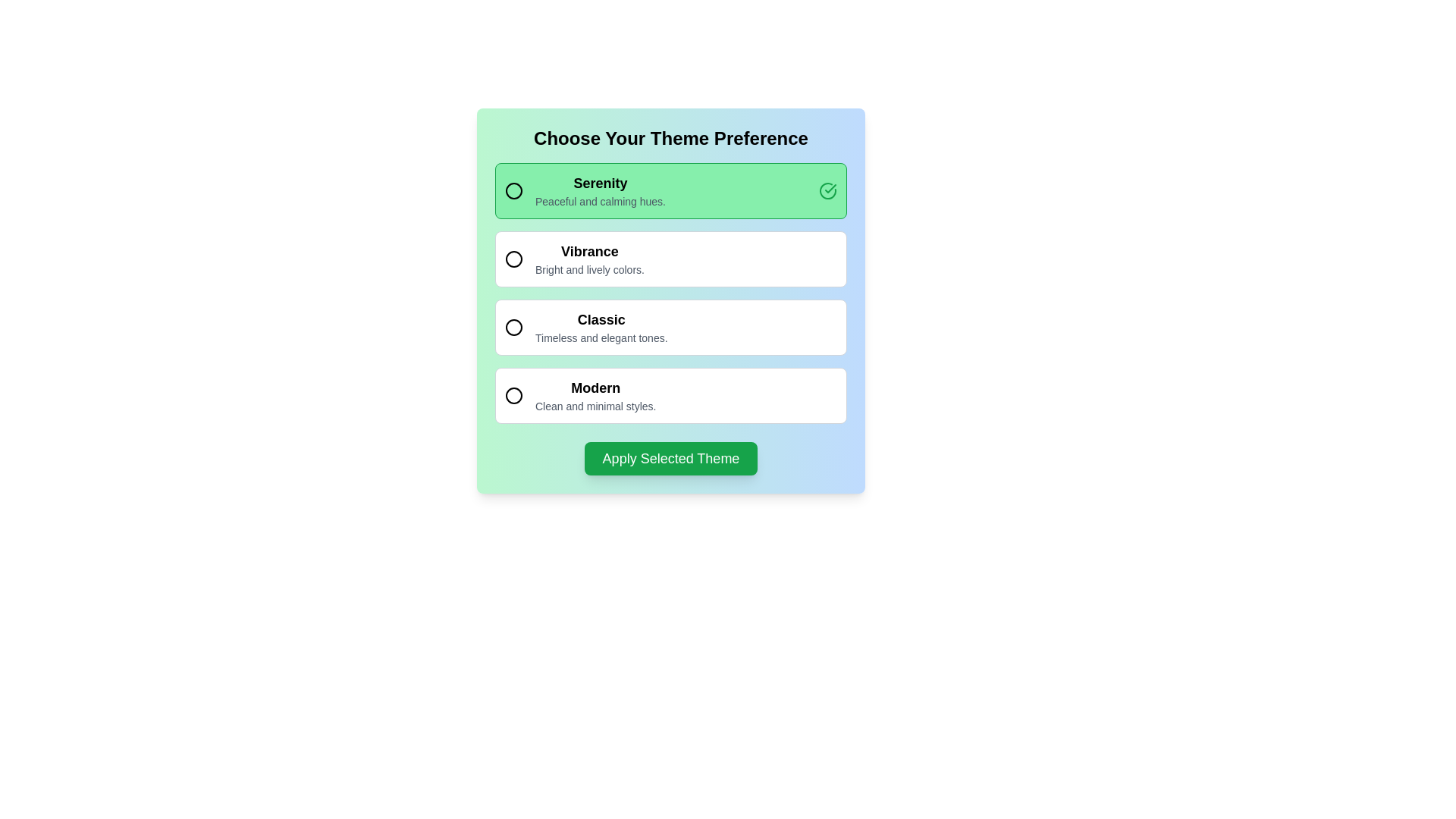  Describe the element at coordinates (827, 190) in the screenshot. I see `the visual state of the Checkmark icon, a circular icon with a green checkmark inside it, located at the top-right corner of the 'Serenity' theme option card` at that location.